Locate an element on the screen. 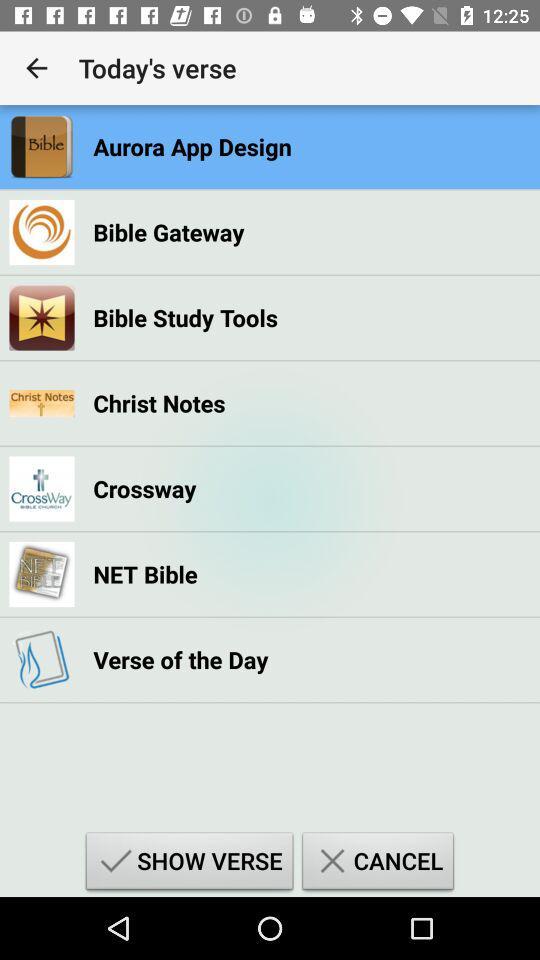 The image size is (540, 960). icon above the show verse item is located at coordinates (180, 658).